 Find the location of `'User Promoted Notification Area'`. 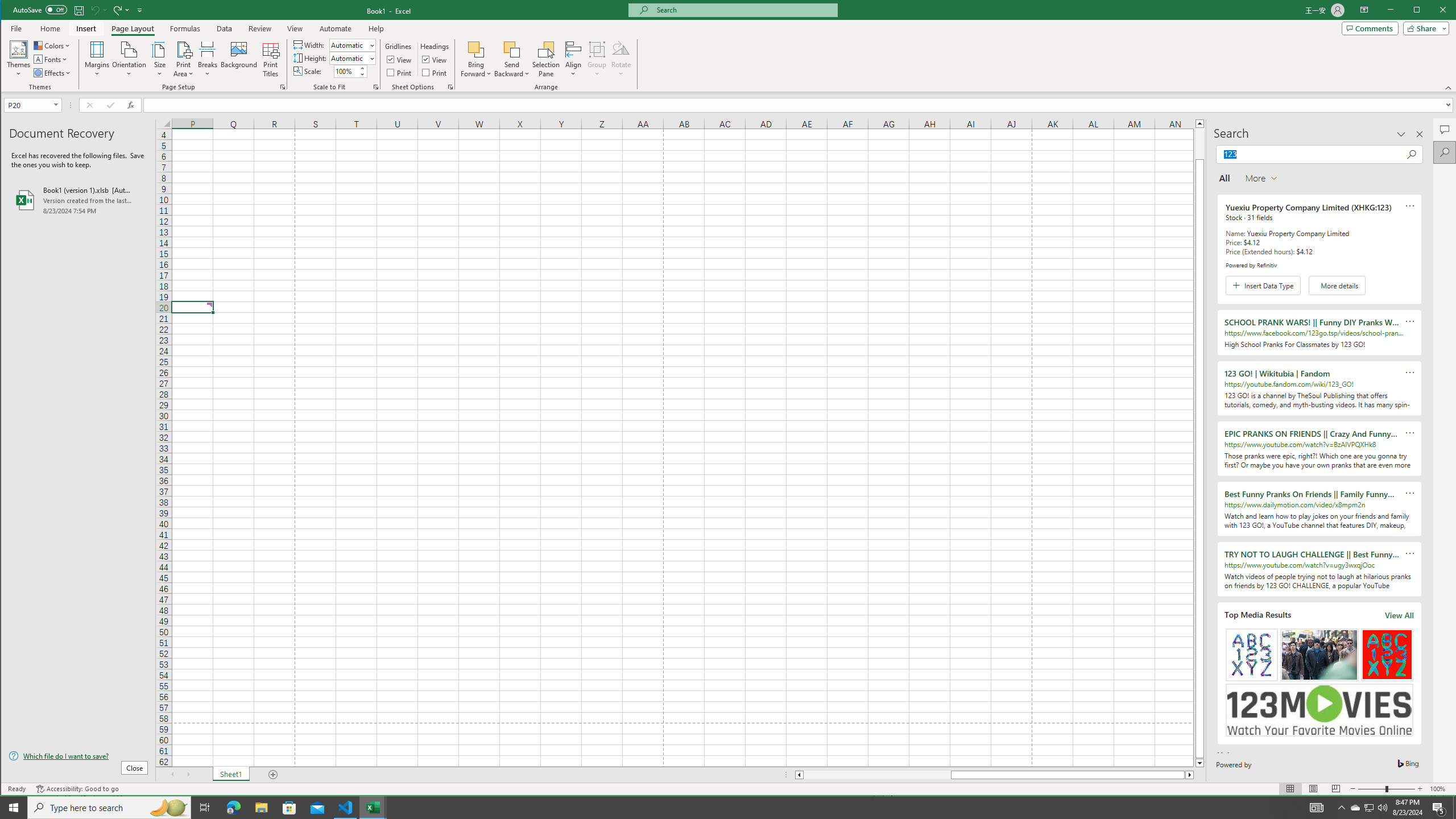

'User Promoted Notification Area' is located at coordinates (1368, 806).